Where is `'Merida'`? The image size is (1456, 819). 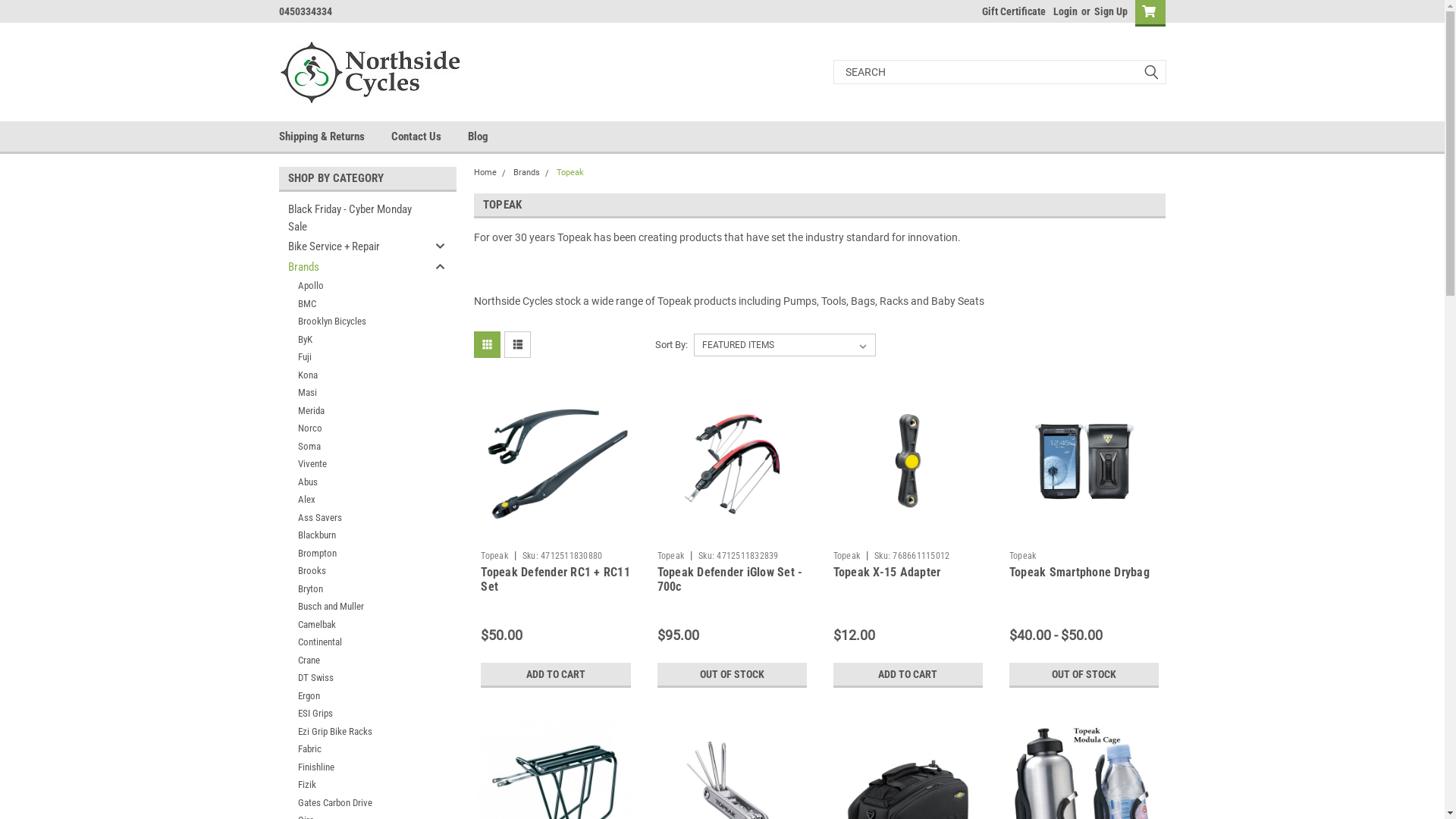
'Merida' is located at coordinates (353, 411).